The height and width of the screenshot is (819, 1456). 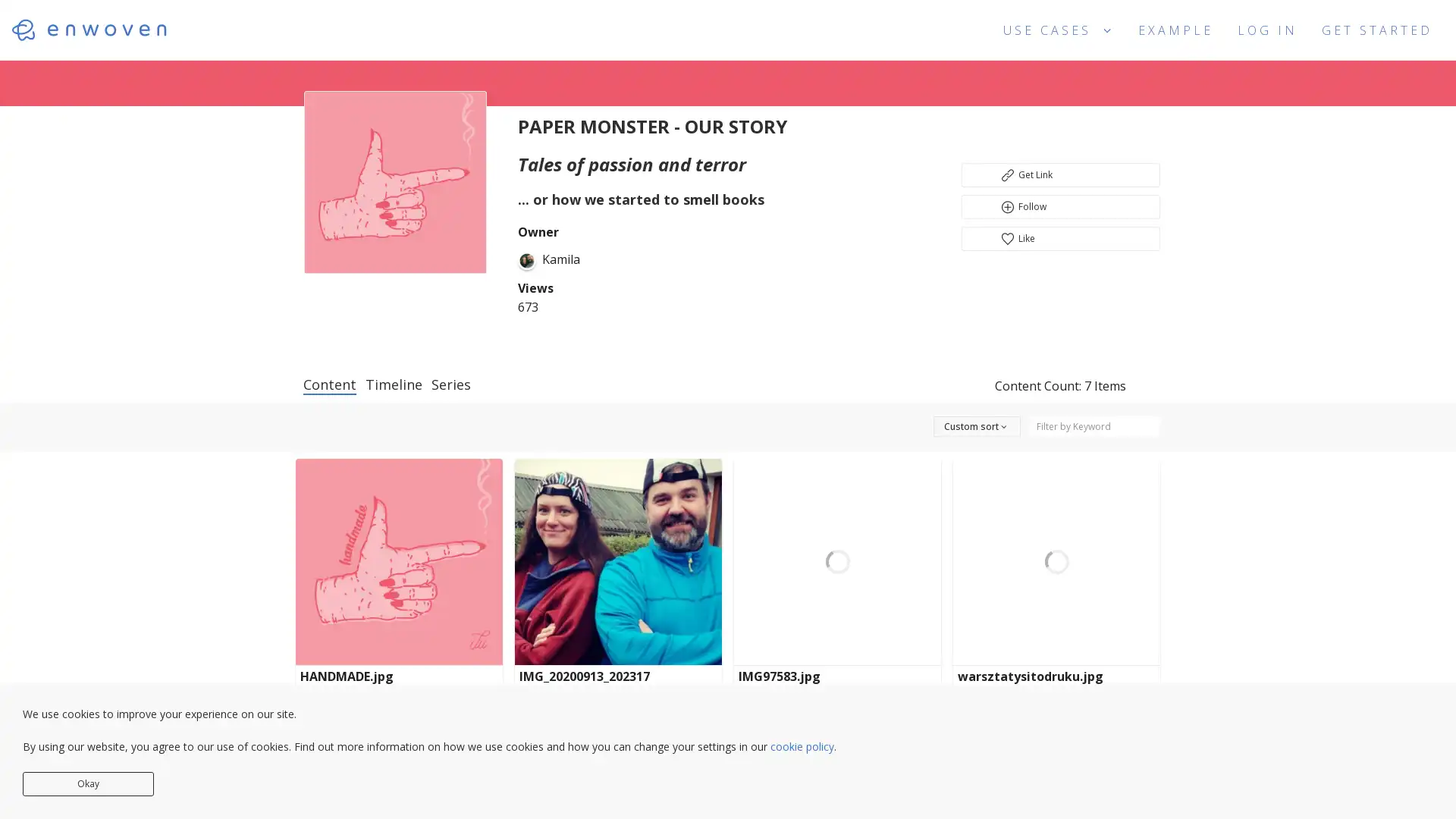 What do you see at coordinates (1058, 30) in the screenshot?
I see `USE CASES` at bounding box center [1058, 30].